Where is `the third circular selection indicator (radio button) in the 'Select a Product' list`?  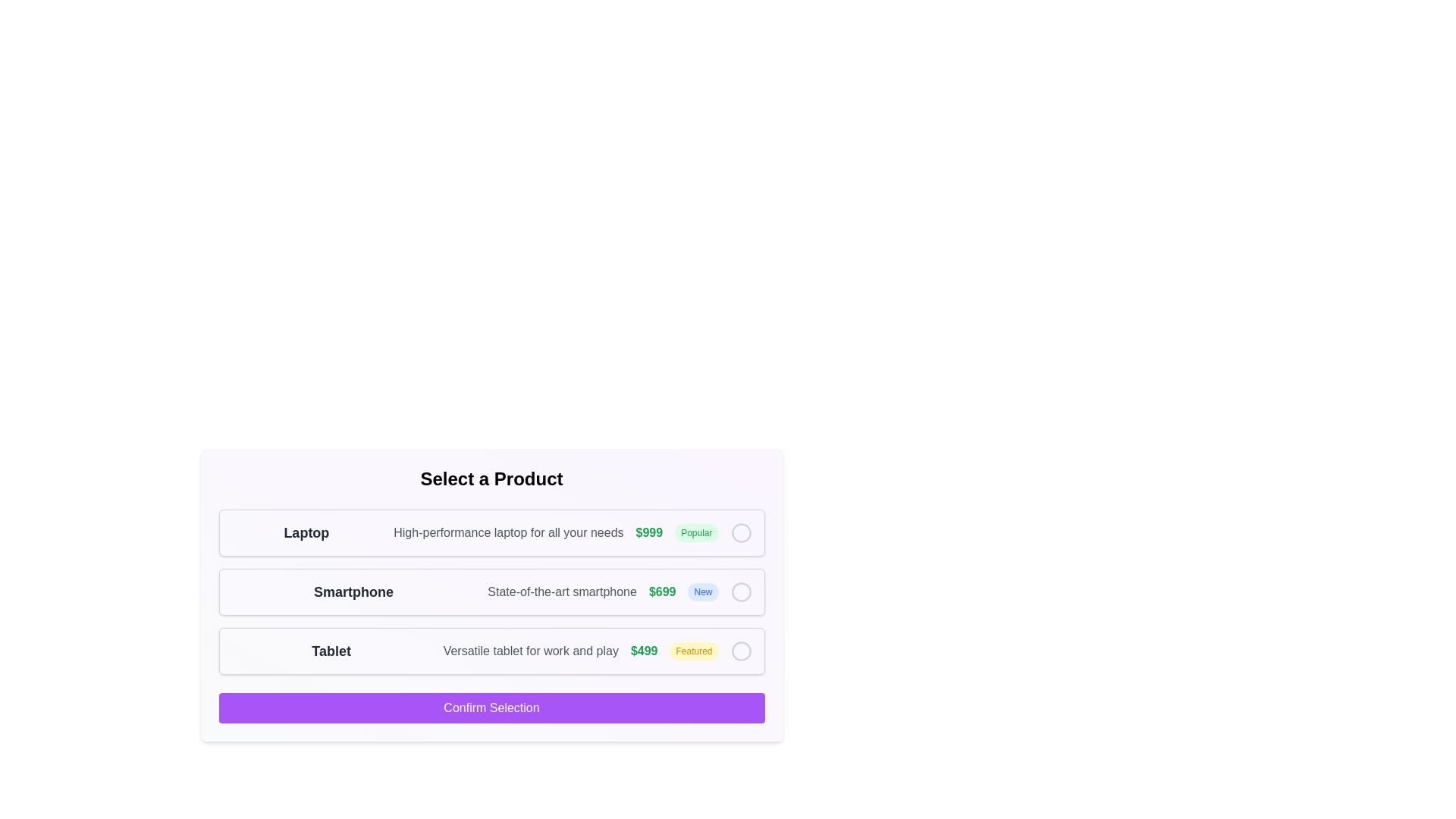
the third circular selection indicator (radio button) in the 'Select a Product' list is located at coordinates (741, 651).